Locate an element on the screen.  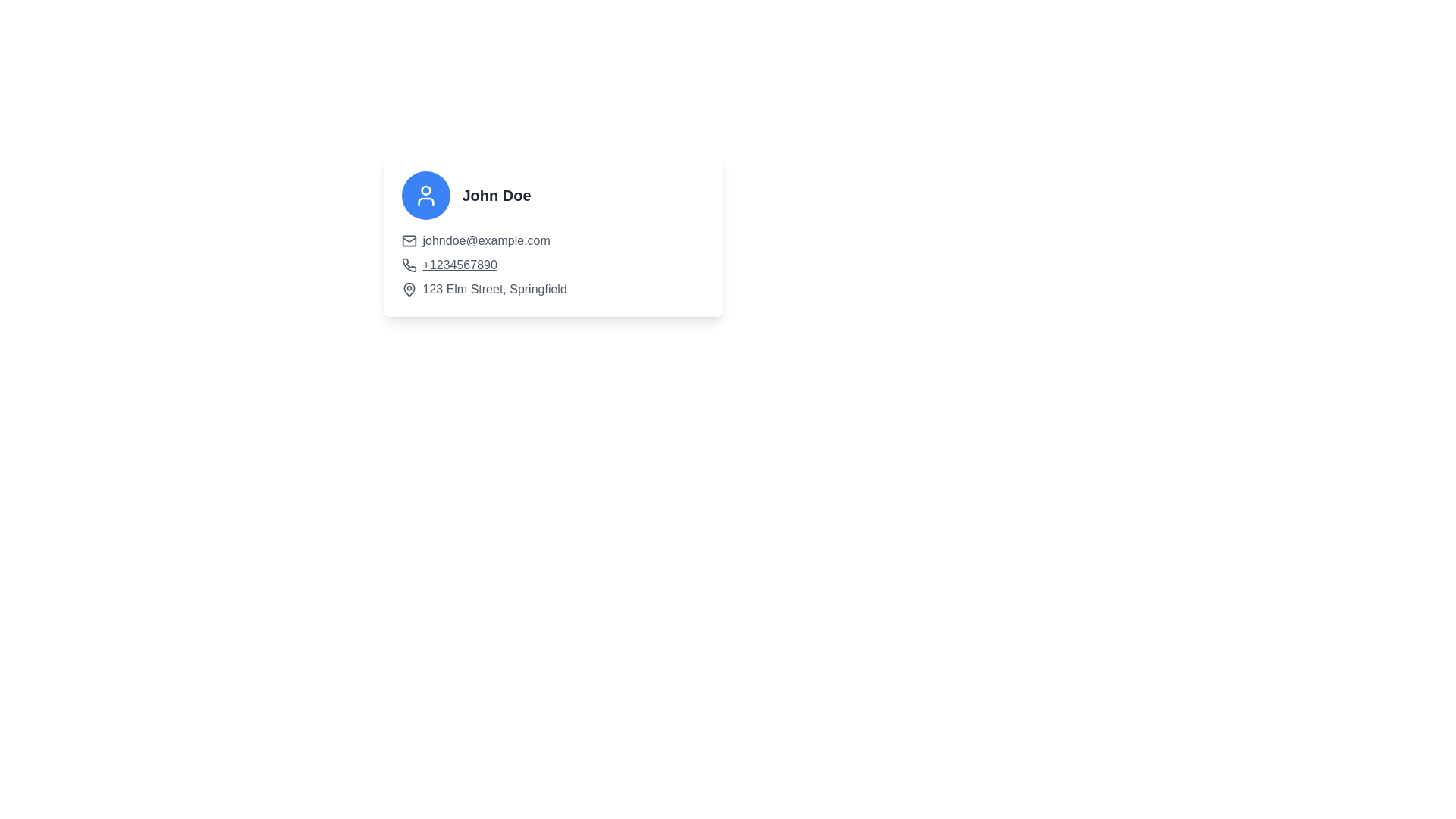
the user profile icon button associated with 'John Doe' located at the top-left corner of the card layout is located at coordinates (425, 195).